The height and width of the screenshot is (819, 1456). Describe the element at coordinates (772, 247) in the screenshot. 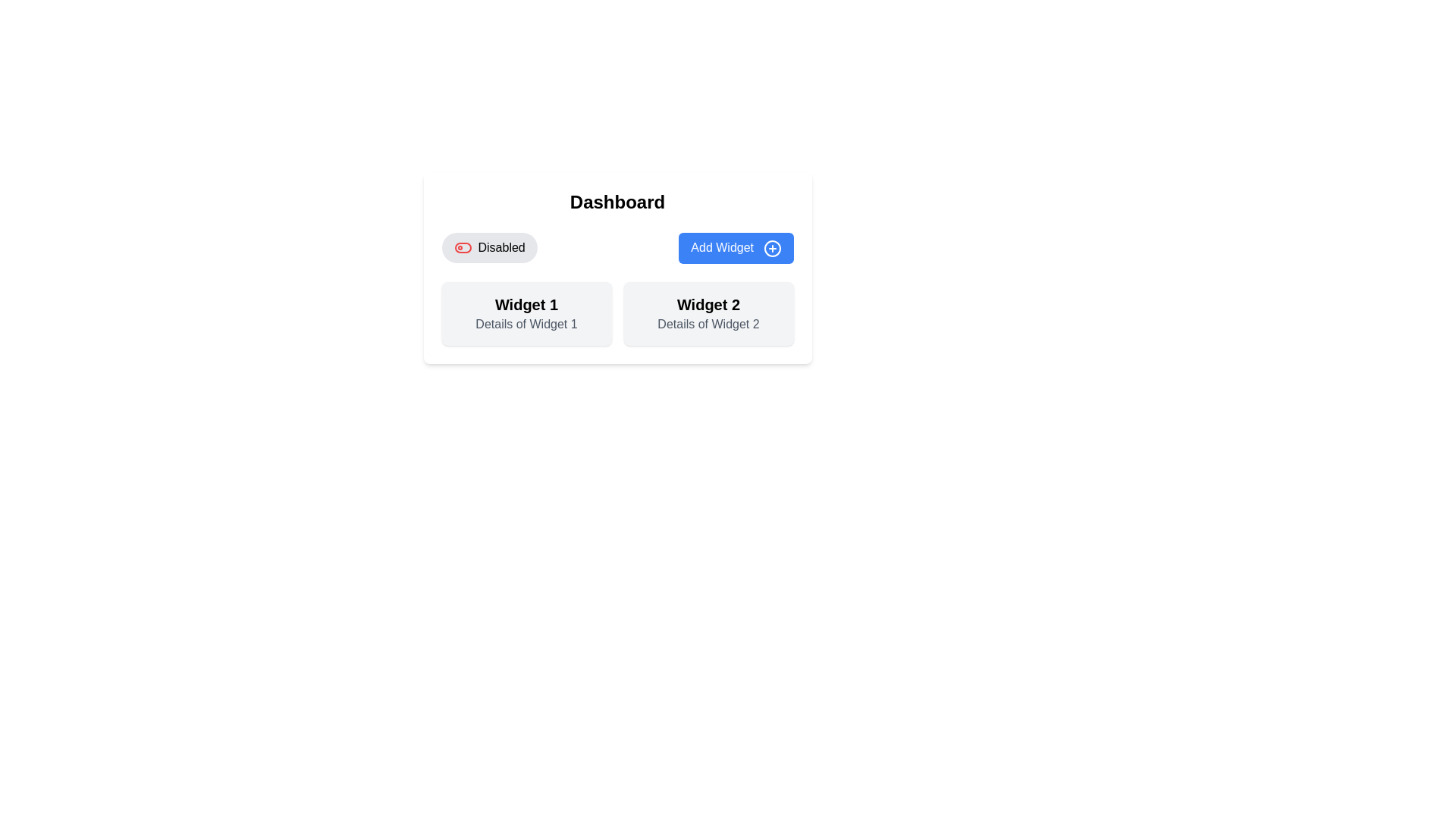

I see `the decorative icon located to the right of the 'Add Widget' button` at that location.